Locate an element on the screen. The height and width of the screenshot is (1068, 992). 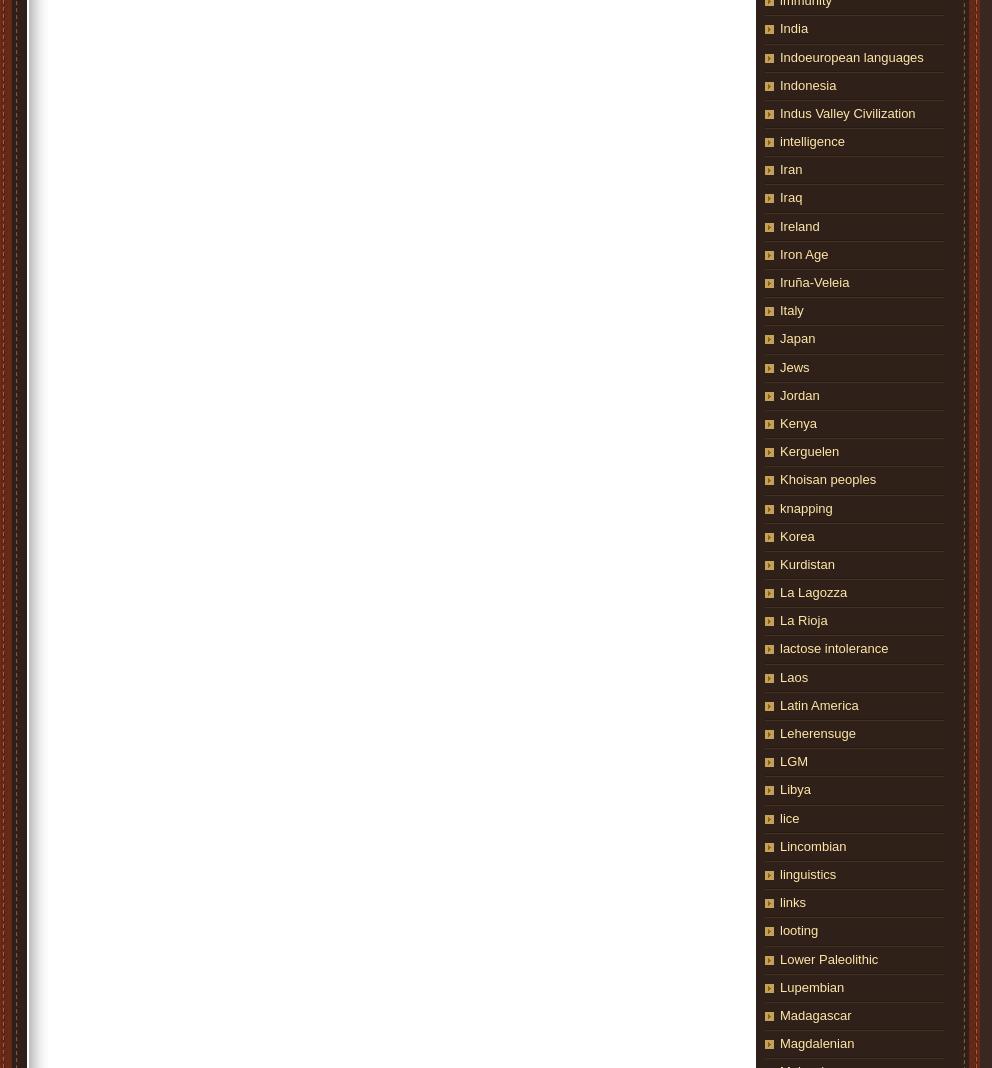
'linguistics' is located at coordinates (807, 872).